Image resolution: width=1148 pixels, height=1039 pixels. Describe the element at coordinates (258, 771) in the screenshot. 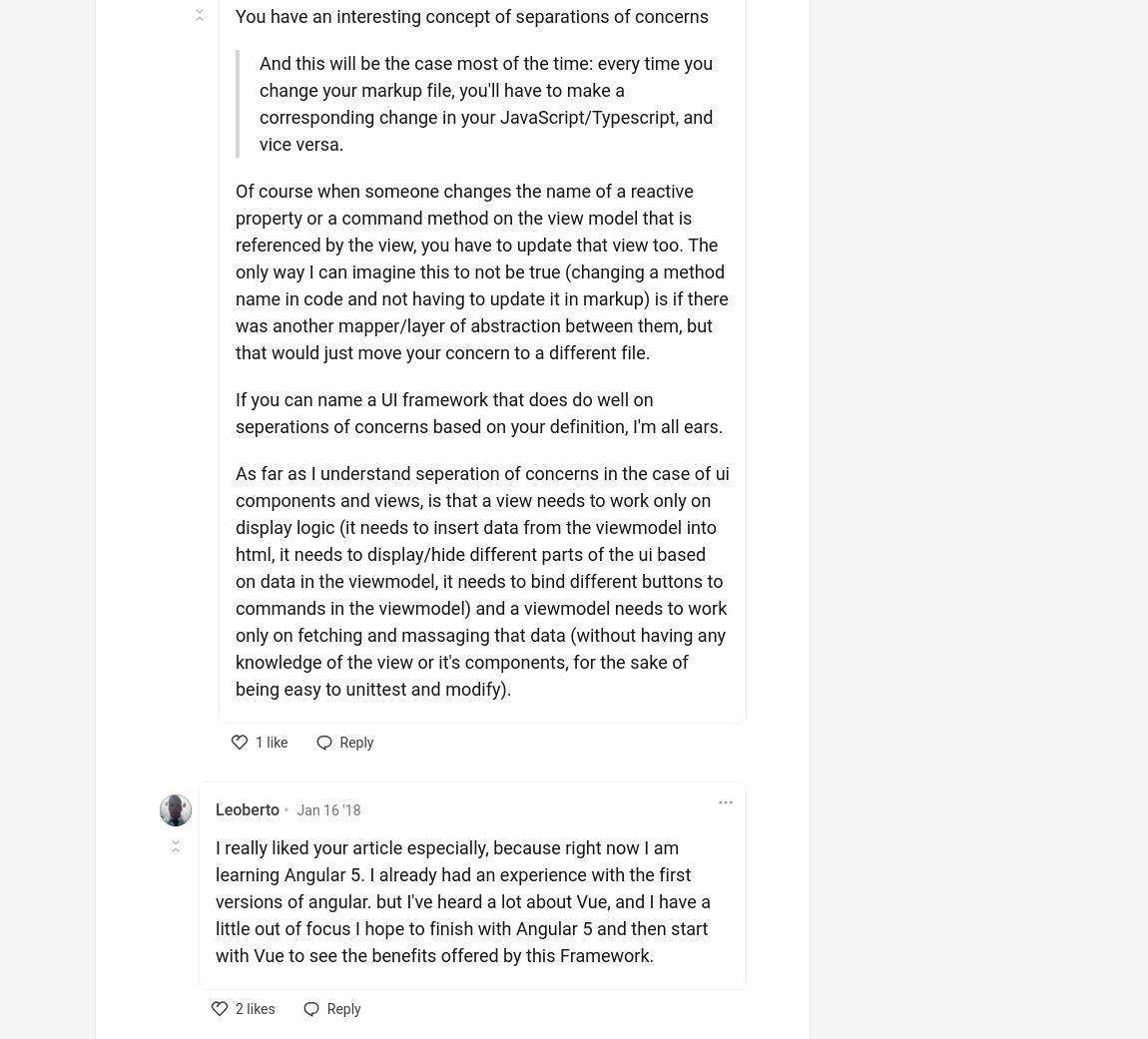

I see `'Like'` at that location.